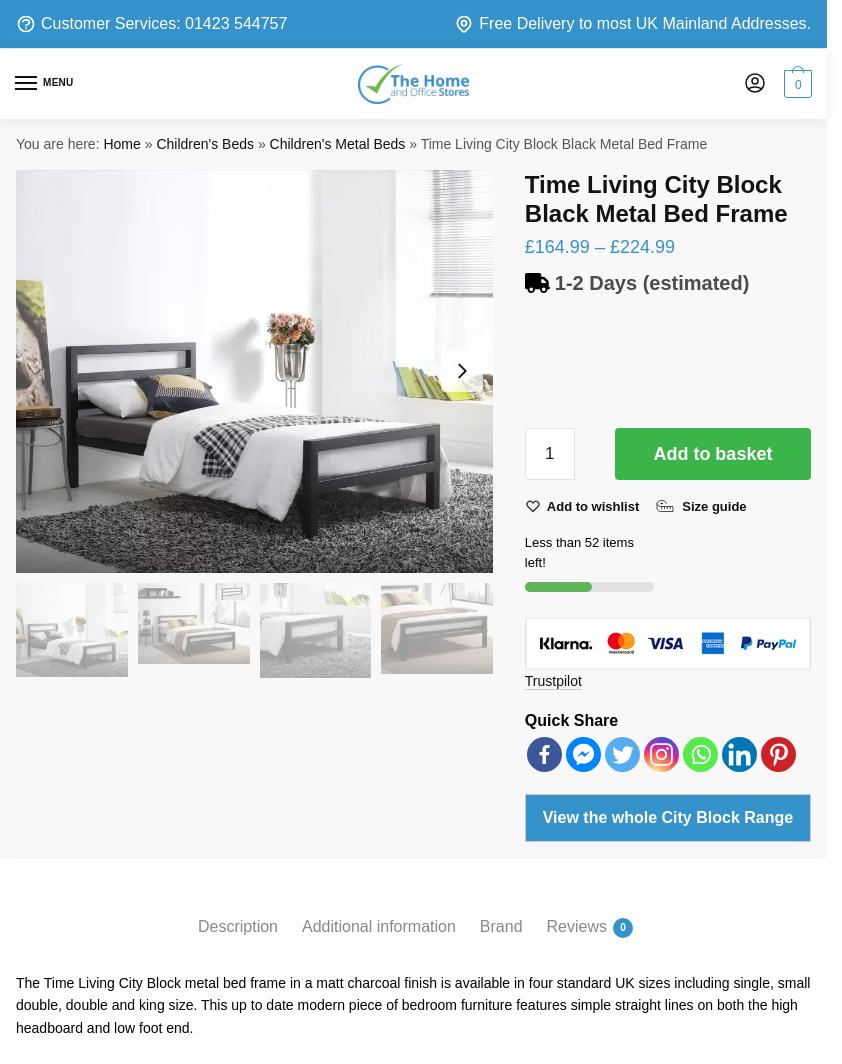 The image size is (842, 1064). What do you see at coordinates (382, 952) in the screenshot?
I see `'Additional information'` at bounding box center [382, 952].